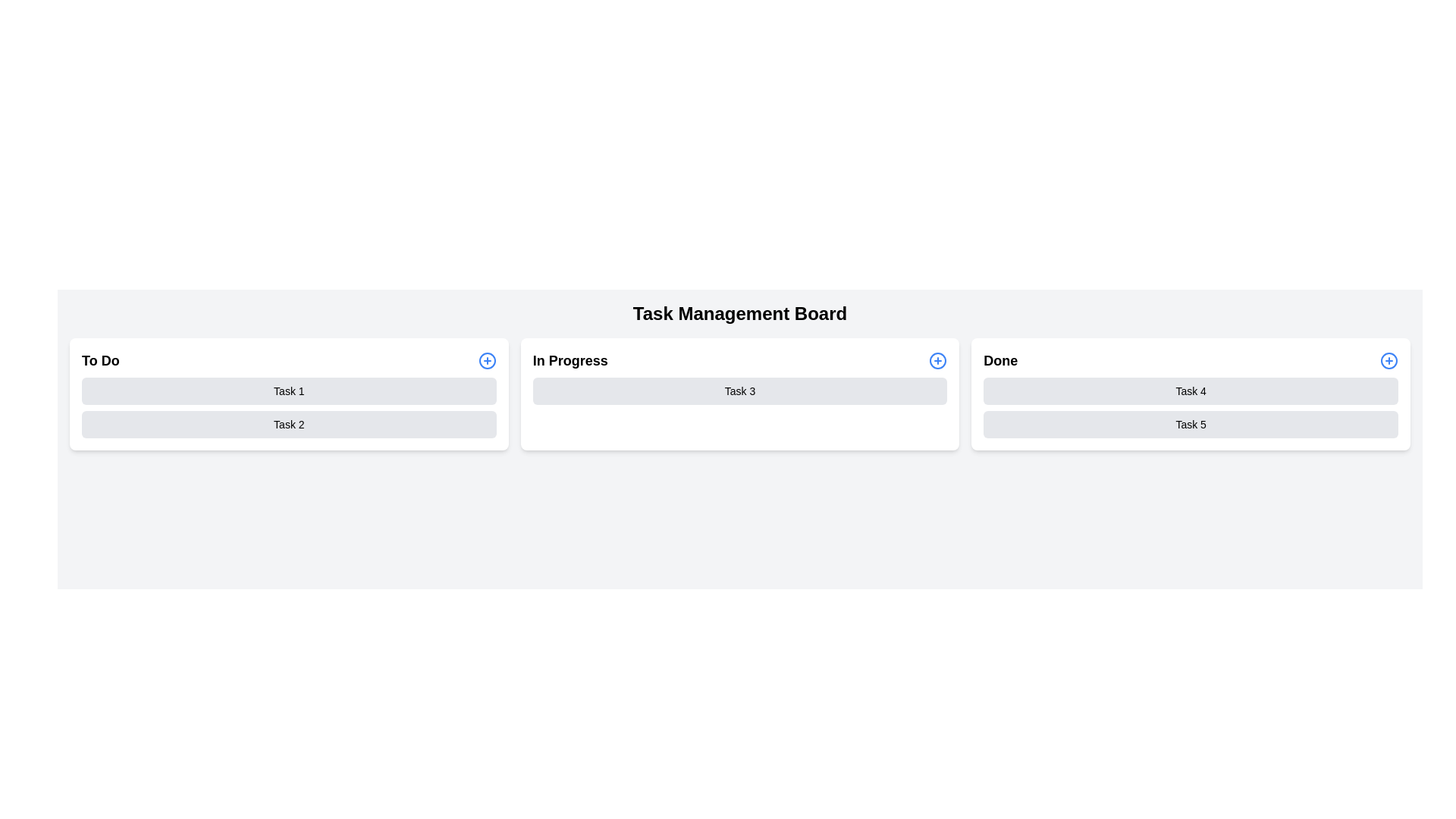  Describe the element at coordinates (487, 360) in the screenshot. I see `the button located to the right of the 'To Do' column header` at that location.